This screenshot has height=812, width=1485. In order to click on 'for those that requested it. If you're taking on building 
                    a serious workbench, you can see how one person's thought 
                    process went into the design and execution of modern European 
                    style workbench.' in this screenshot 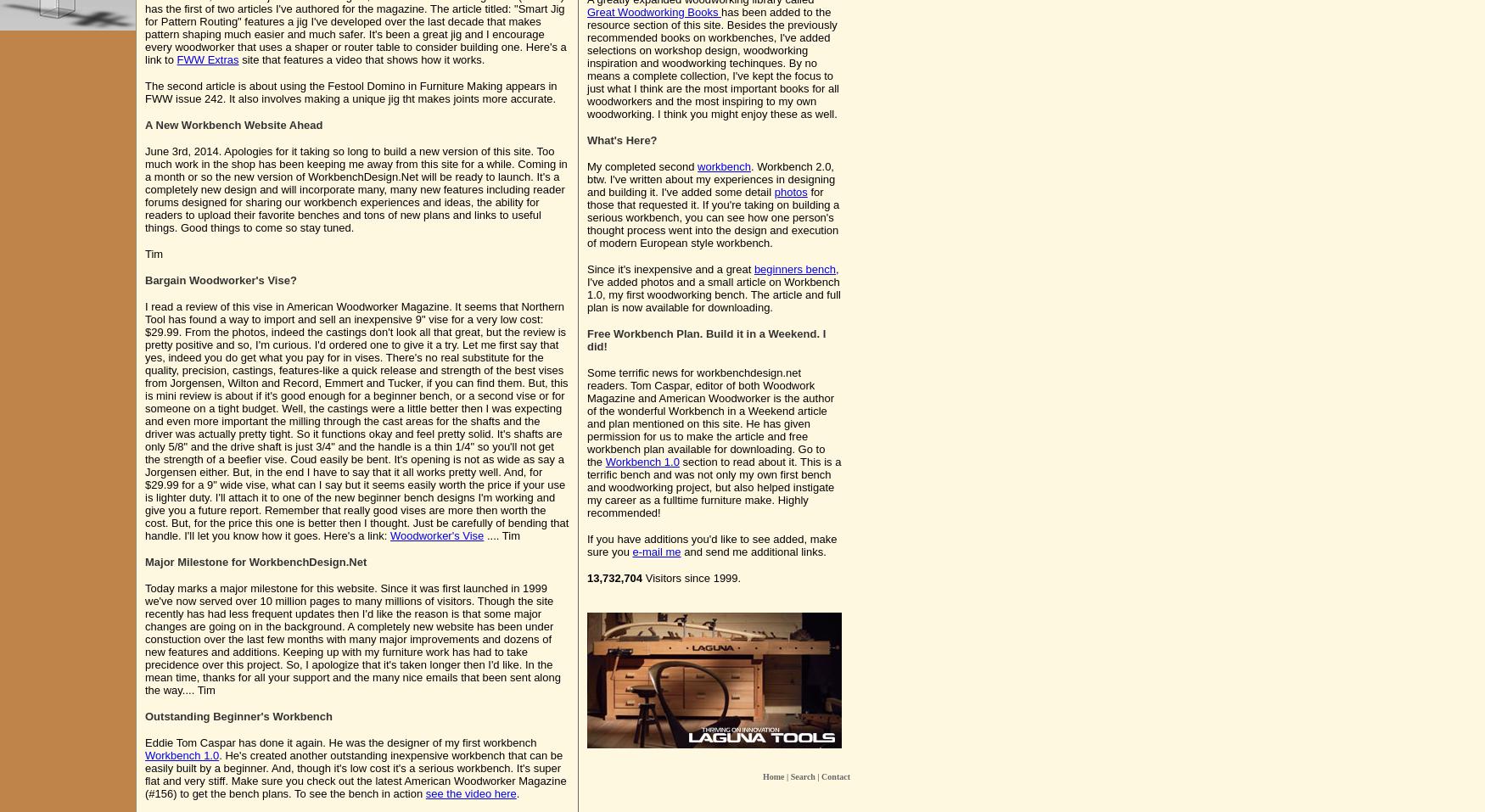, I will do `click(713, 216)`.